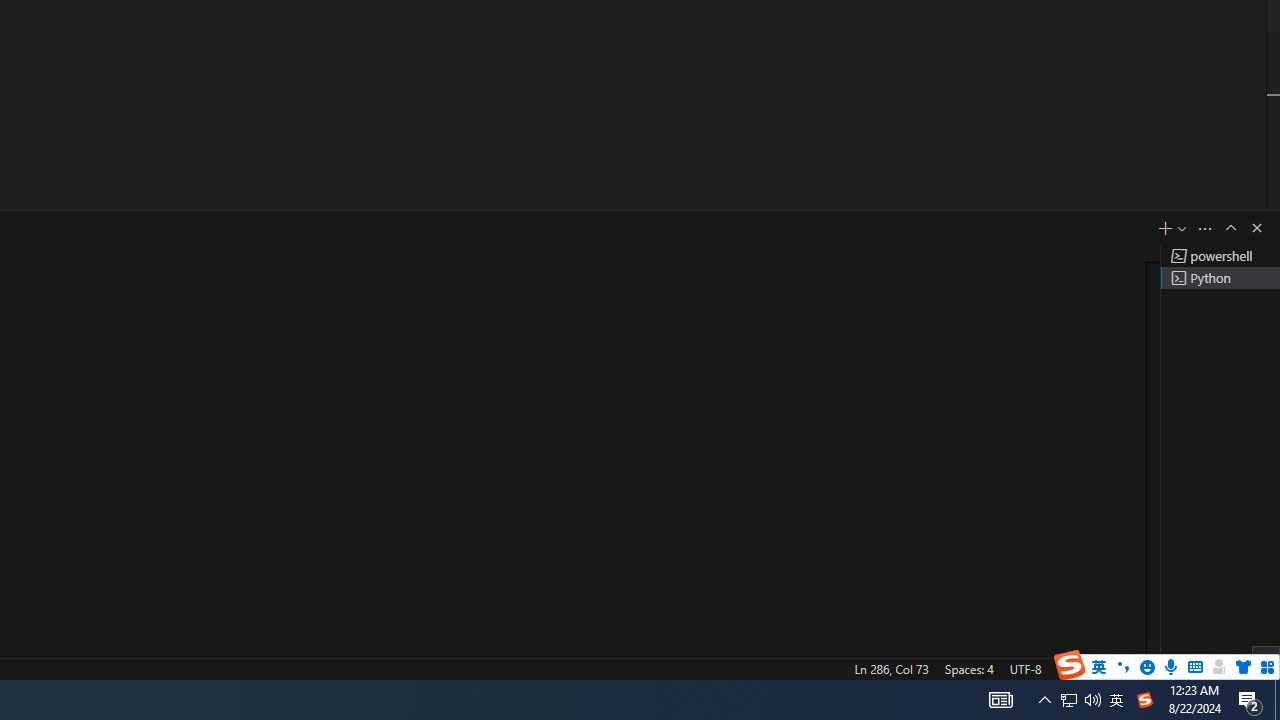  What do you see at coordinates (890, 668) in the screenshot?
I see `'Ln 286, Col 73'` at bounding box center [890, 668].